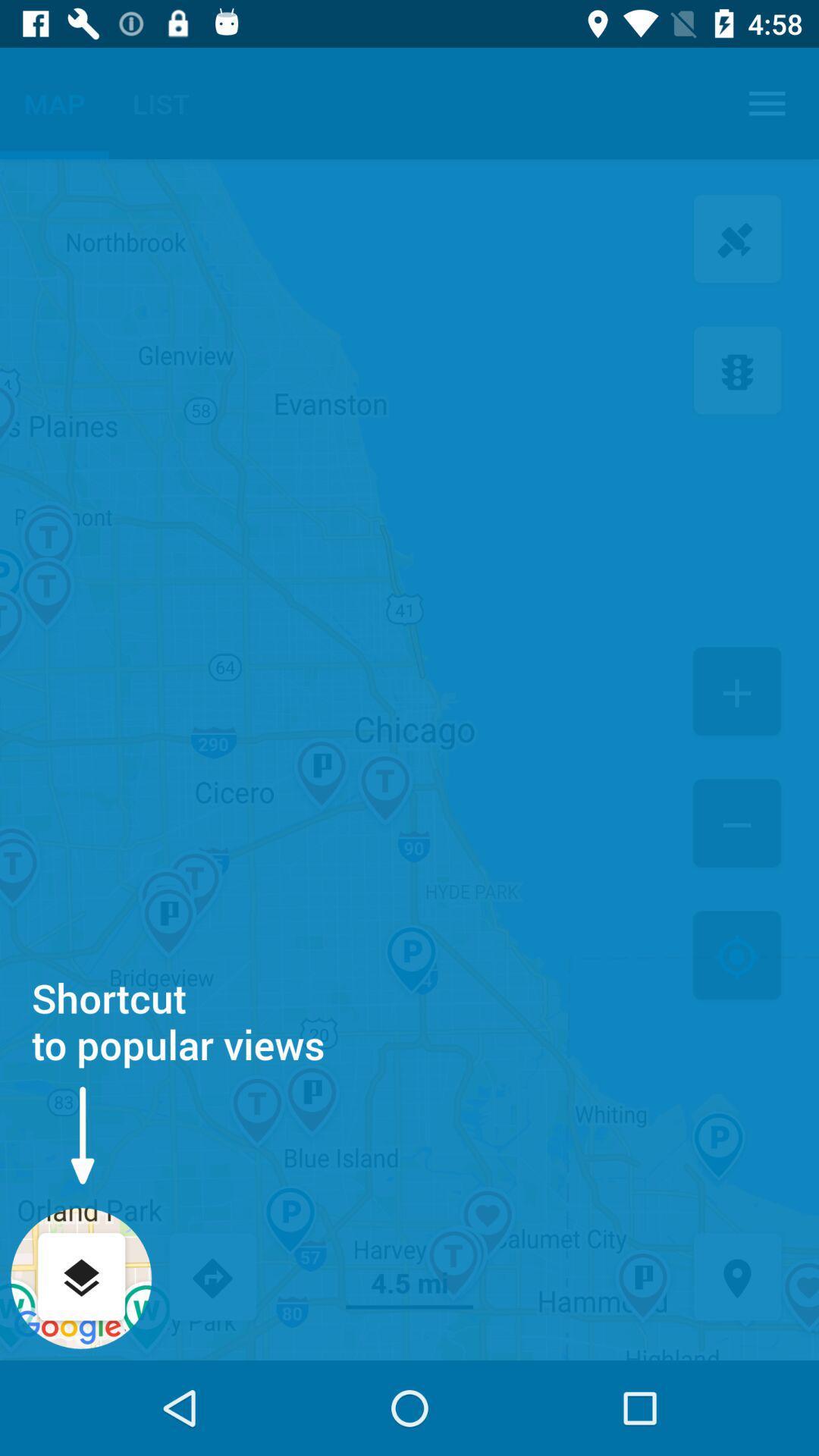 The width and height of the screenshot is (819, 1456). Describe the element at coordinates (736, 240) in the screenshot. I see `satilite` at that location.